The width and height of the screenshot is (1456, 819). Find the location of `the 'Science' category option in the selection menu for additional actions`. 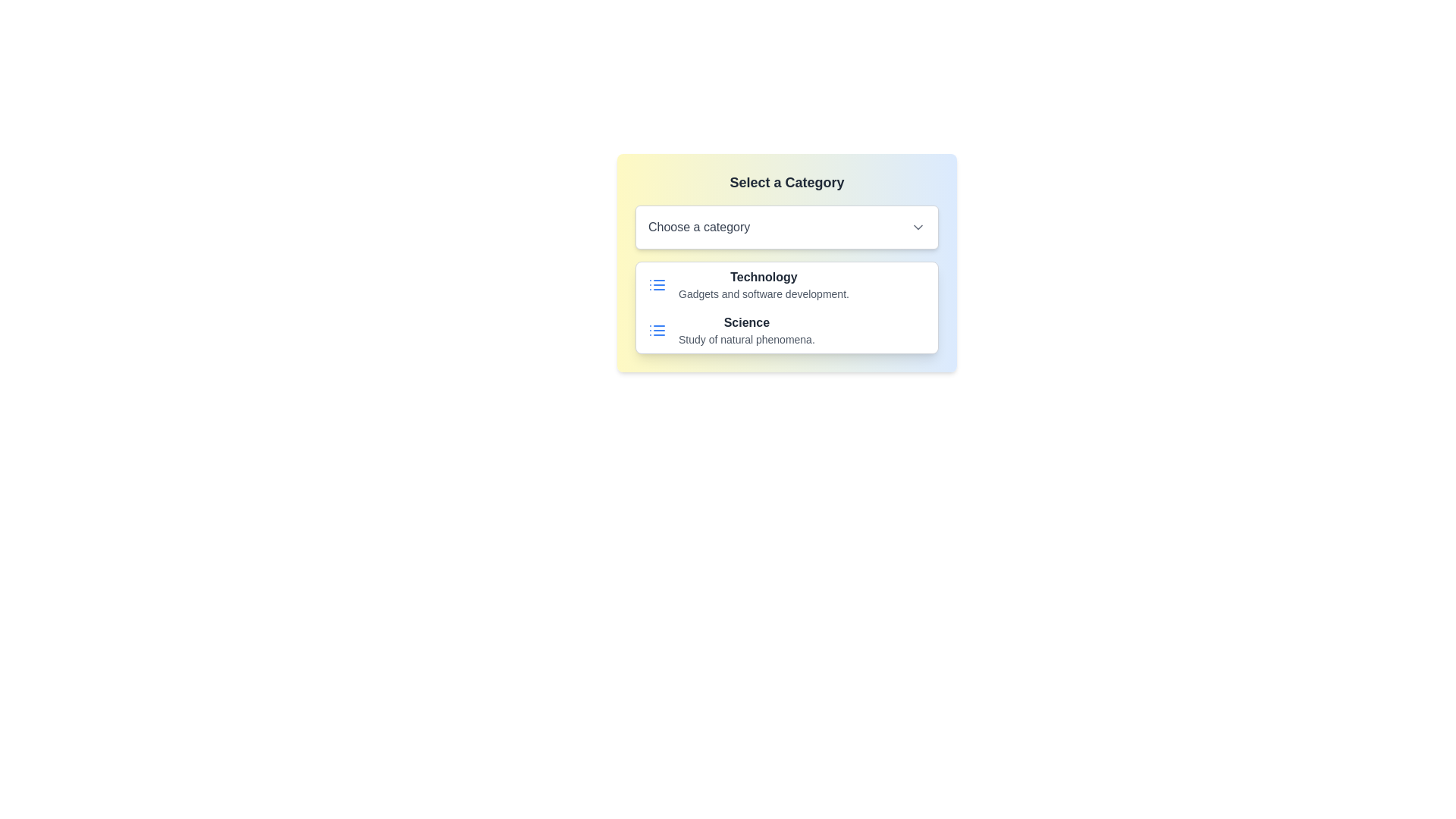

the 'Science' category option in the selection menu for additional actions is located at coordinates (746, 329).